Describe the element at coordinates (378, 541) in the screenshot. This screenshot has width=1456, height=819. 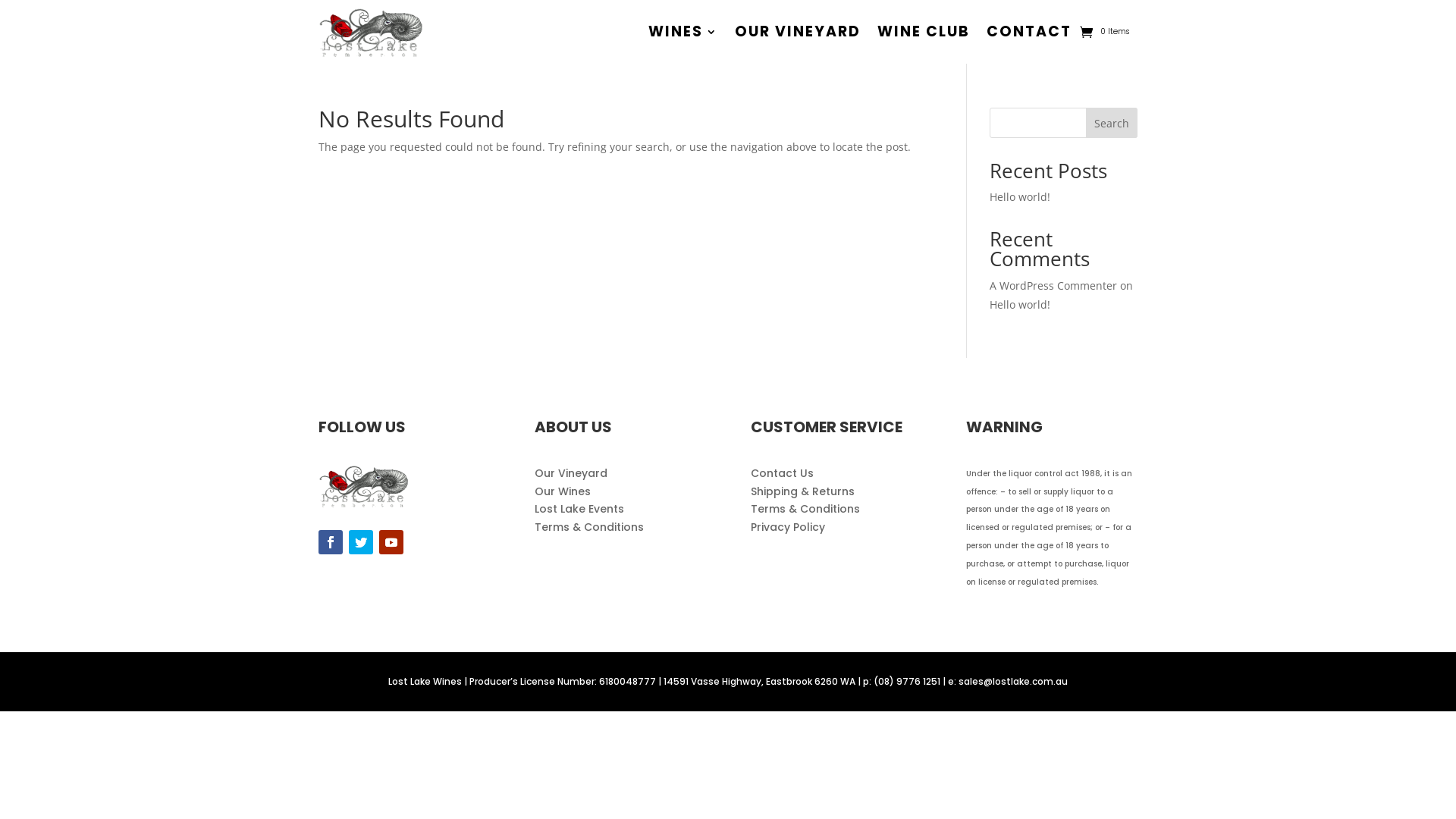
I see `'Follow on Youtube'` at that location.